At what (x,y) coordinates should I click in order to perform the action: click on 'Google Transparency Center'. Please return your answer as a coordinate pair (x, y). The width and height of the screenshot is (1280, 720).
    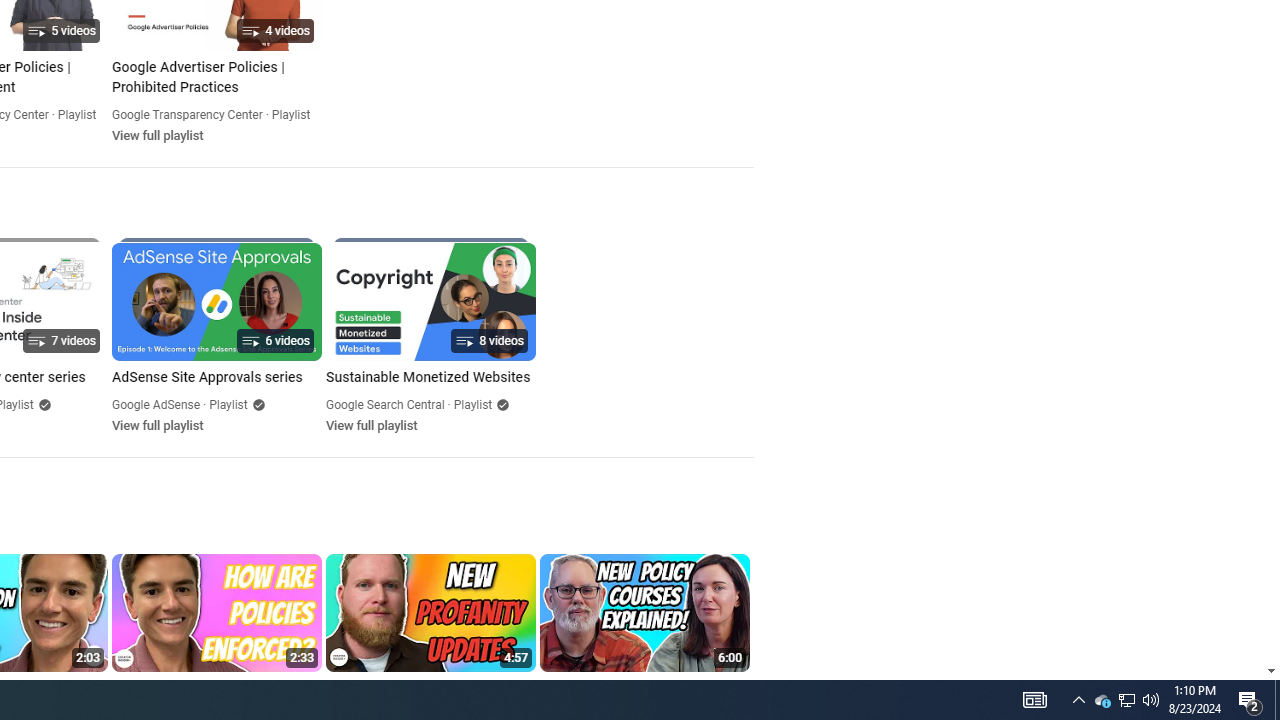
    Looking at the image, I should click on (187, 114).